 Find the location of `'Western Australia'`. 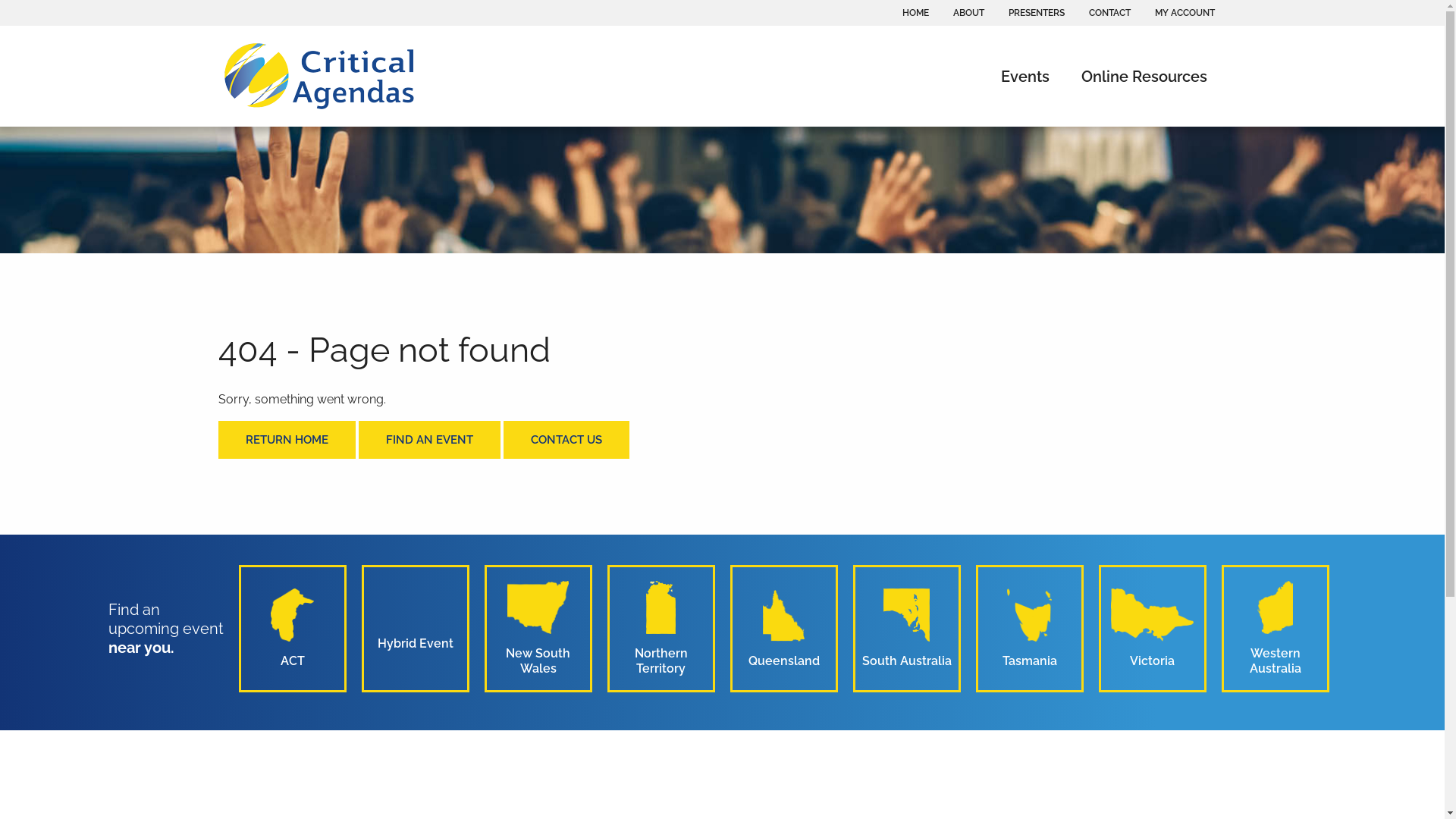

'Western Australia' is located at coordinates (1274, 629).